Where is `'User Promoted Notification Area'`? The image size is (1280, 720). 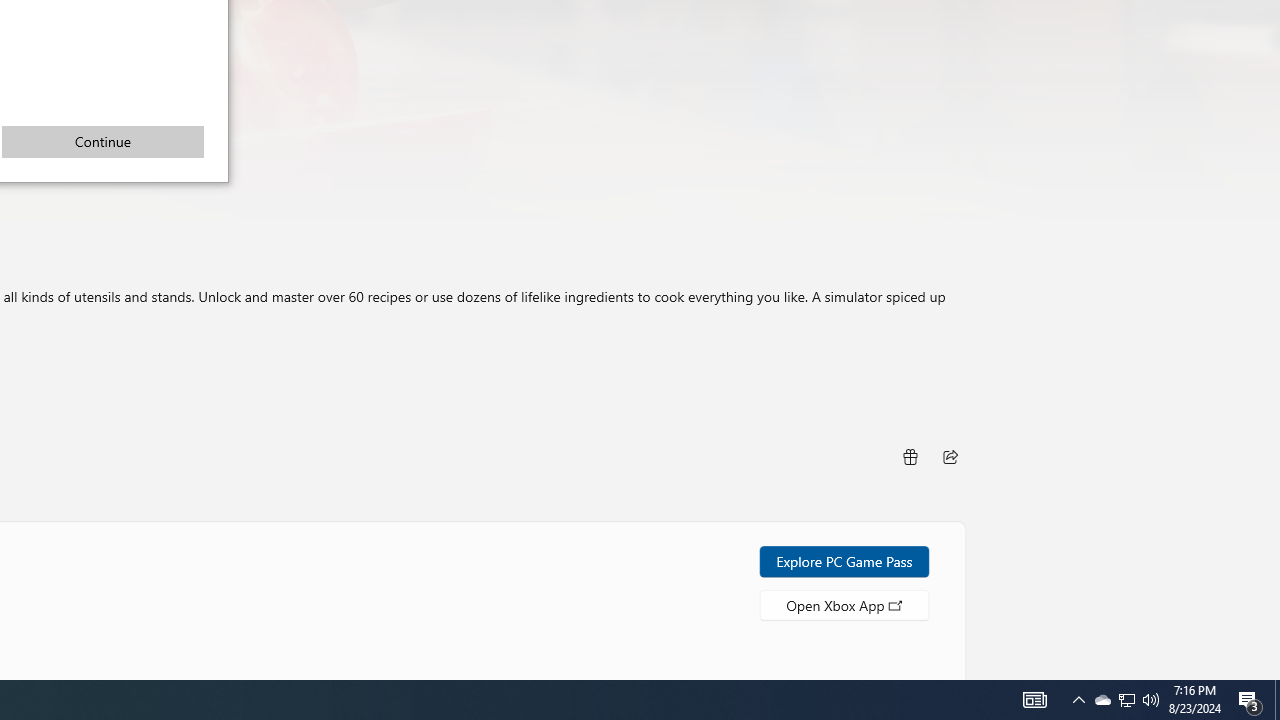 'User Promoted Notification Area' is located at coordinates (1151, 698).